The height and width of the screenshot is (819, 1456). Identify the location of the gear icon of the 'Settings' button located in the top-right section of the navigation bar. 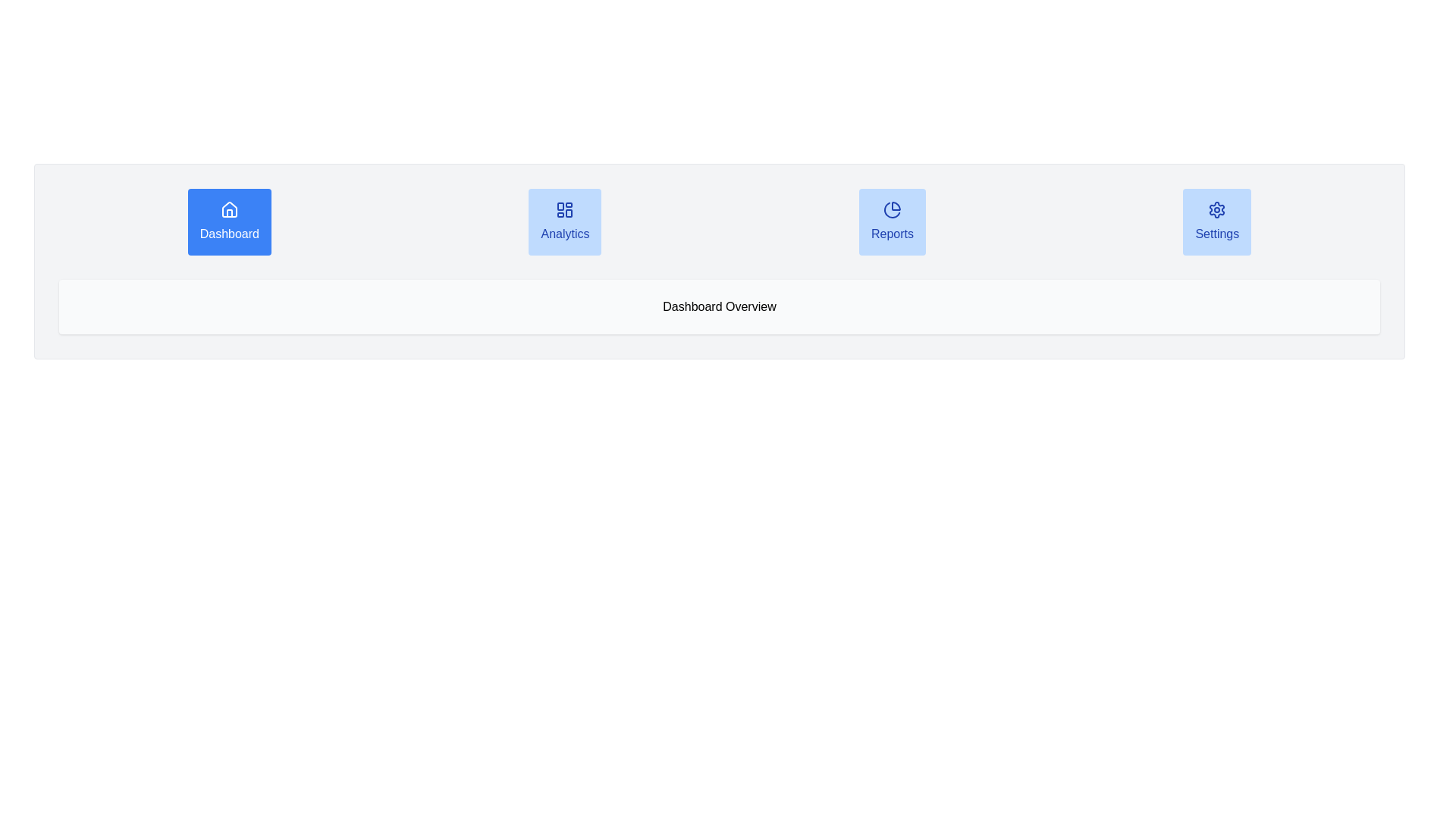
(1217, 210).